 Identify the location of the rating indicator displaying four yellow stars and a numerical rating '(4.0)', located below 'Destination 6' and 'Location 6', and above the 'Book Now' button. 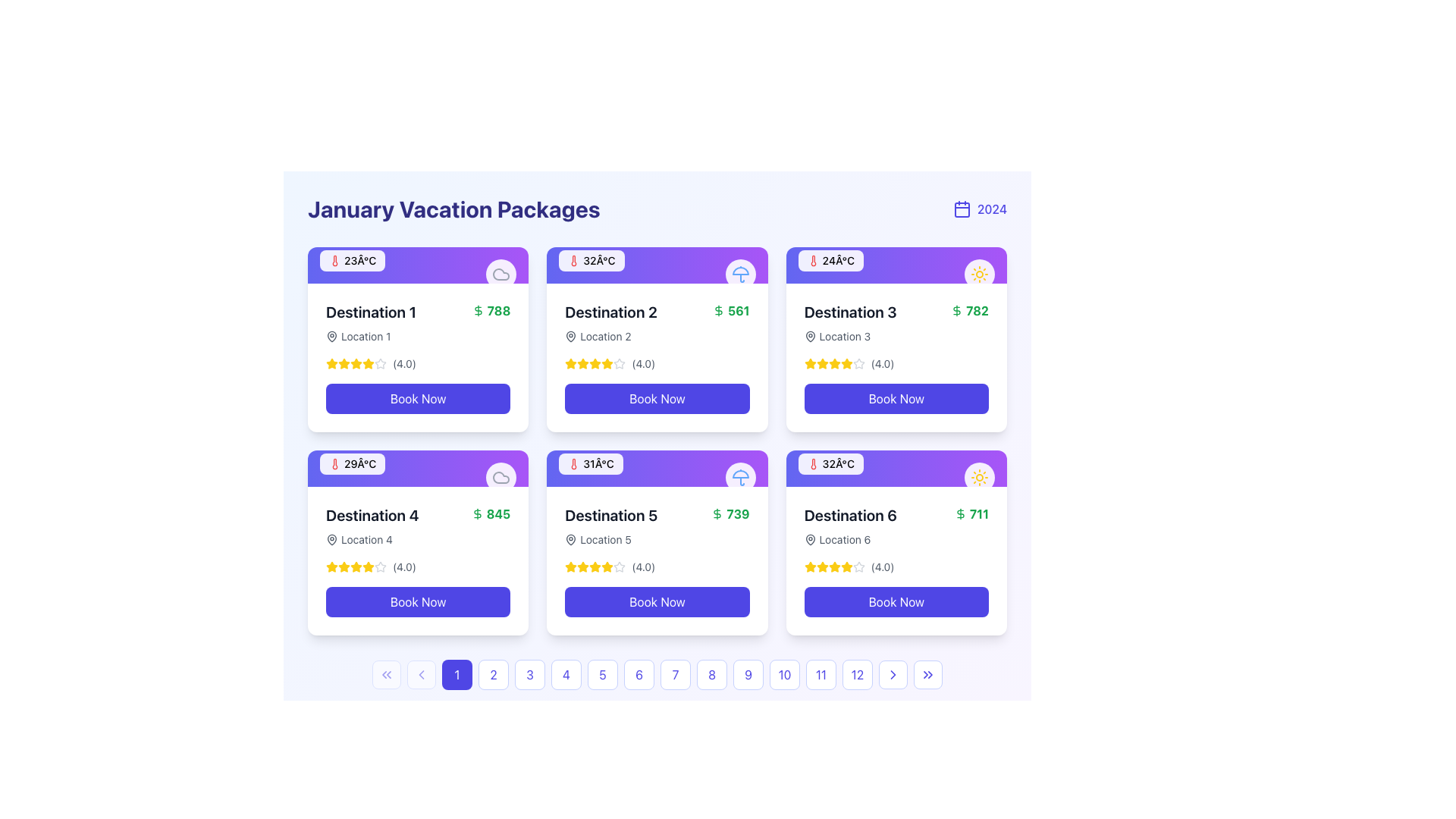
(896, 567).